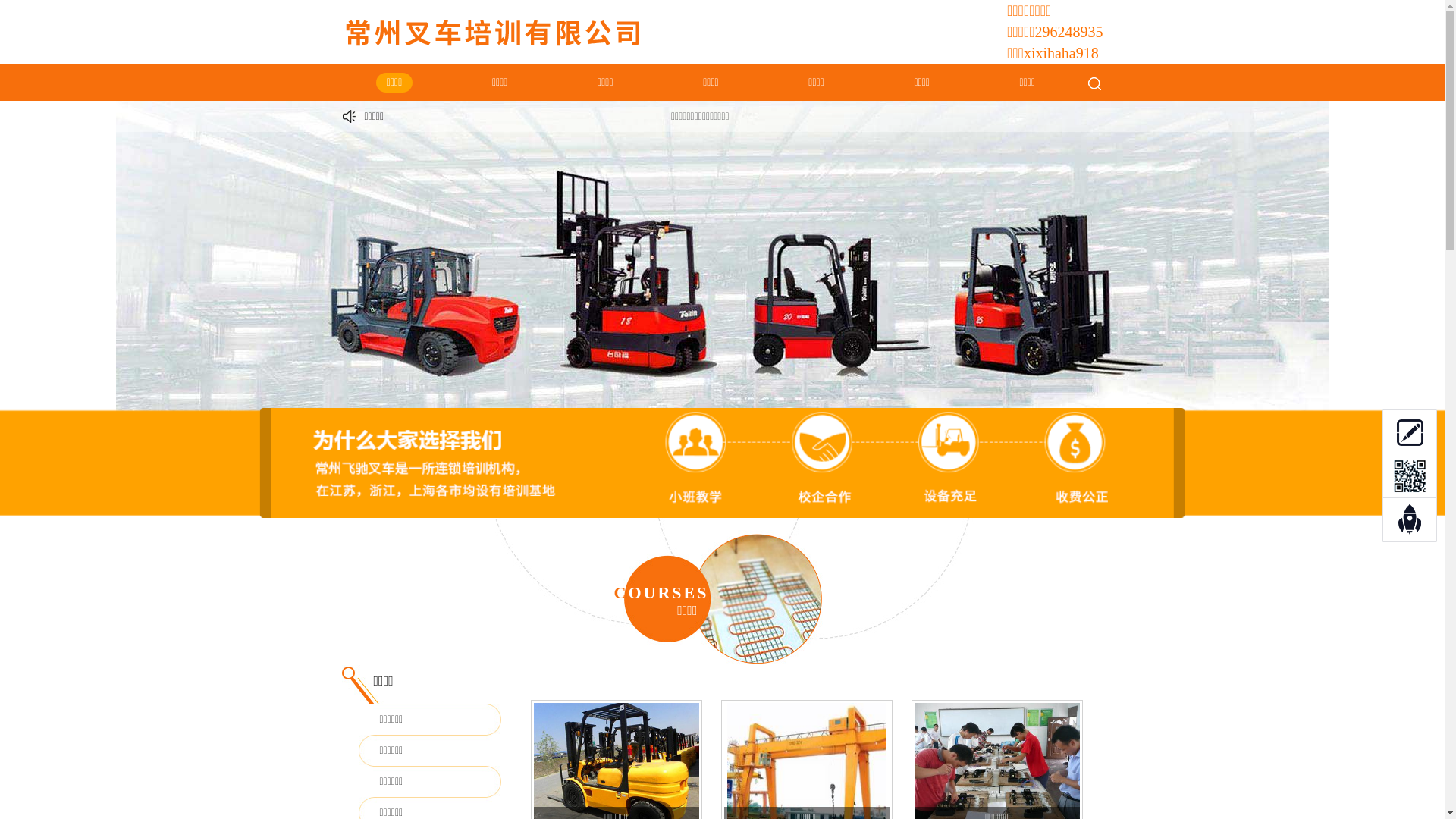 The image size is (1456, 819). Describe the element at coordinates (1408, 431) in the screenshot. I see `'0'` at that location.